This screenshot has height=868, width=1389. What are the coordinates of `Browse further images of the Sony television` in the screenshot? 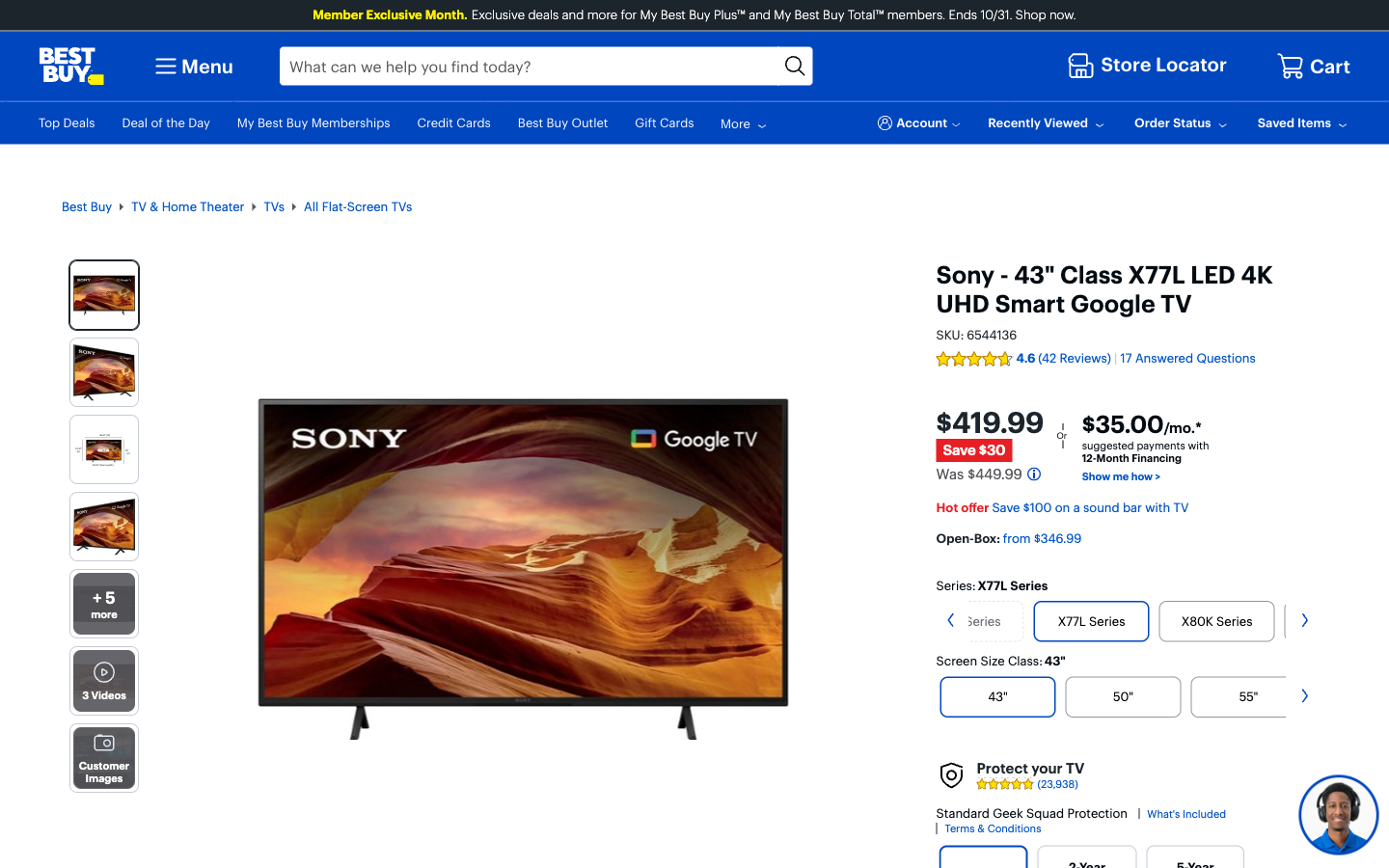 It's located at (104, 604).